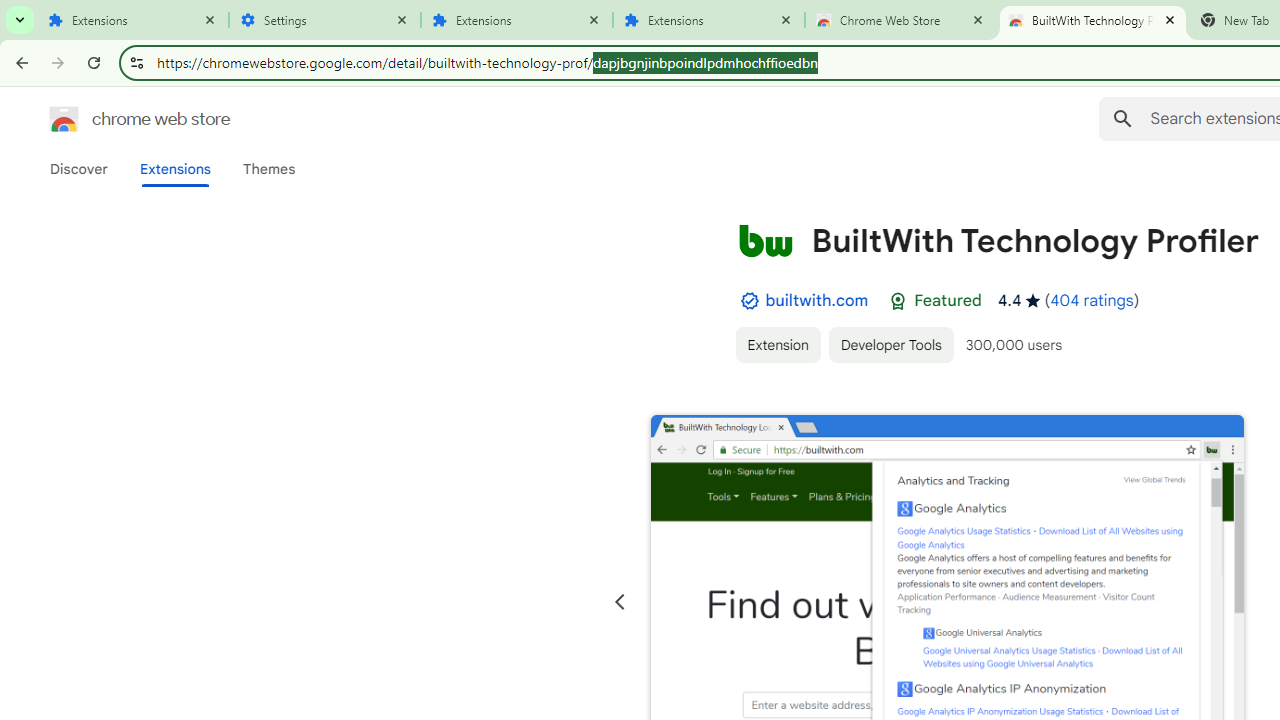 This screenshot has height=720, width=1280. Describe the element at coordinates (817, 300) in the screenshot. I see `'builtwith.com'` at that location.